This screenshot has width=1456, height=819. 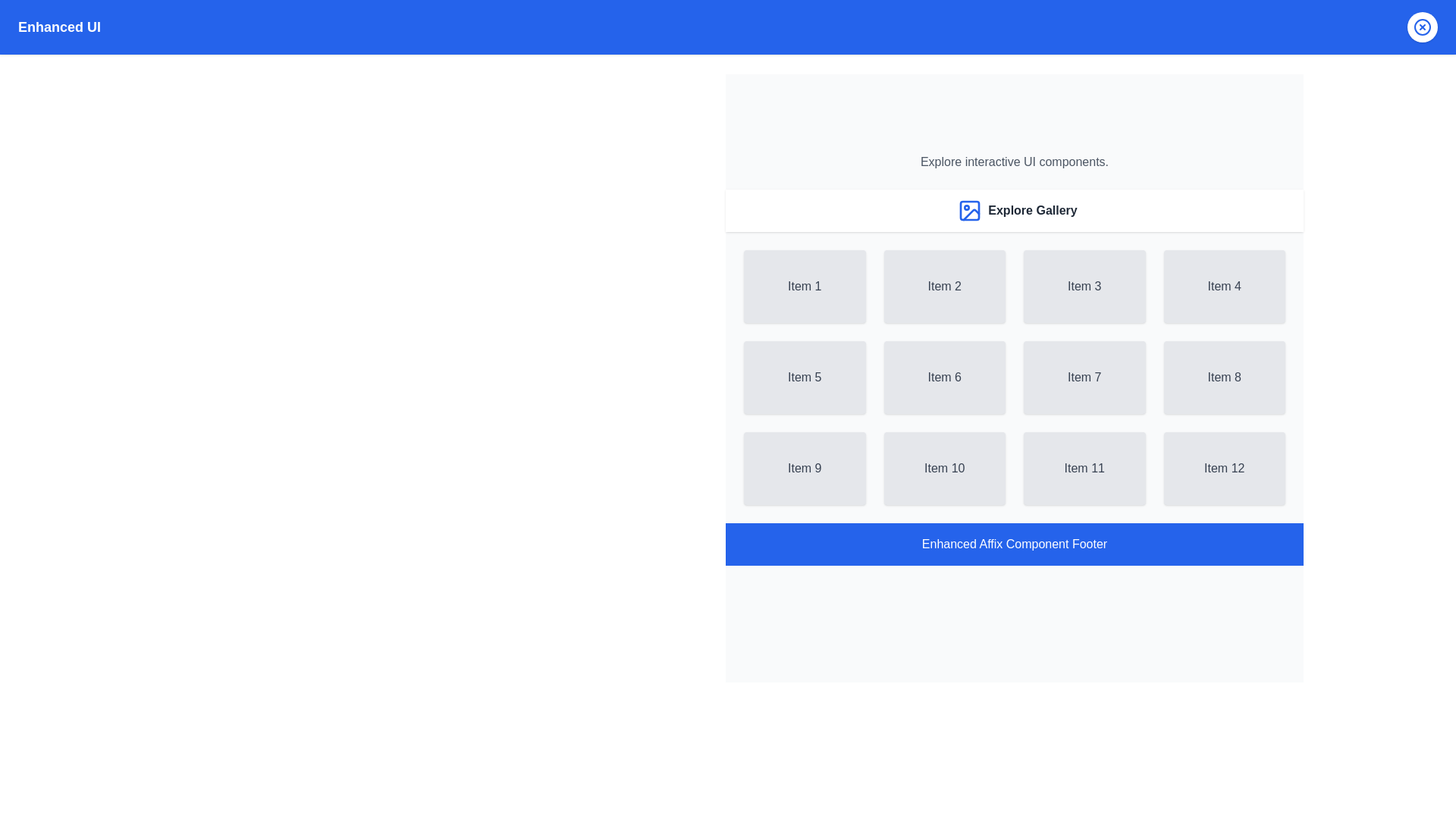 What do you see at coordinates (1015, 162) in the screenshot?
I see `the centered headline text that reads 'Explore interactive UI components.' which is positioned above the 'Explore Gallery' section` at bounding box center [1015, 162].